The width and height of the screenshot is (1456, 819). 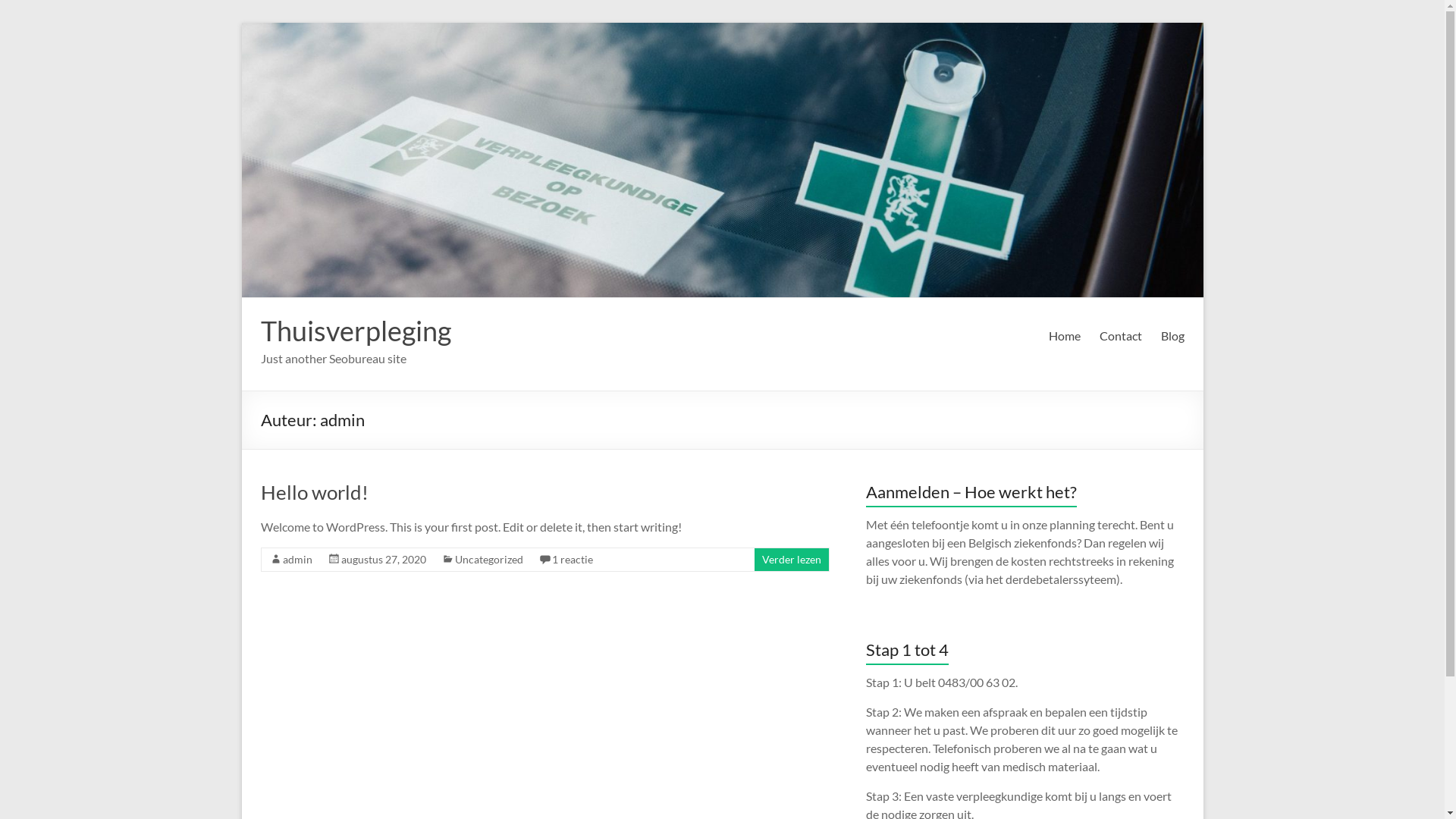 What do you see at coordinates (488, 559) in the screenshot?
I see `'Uncategorized'` at bounding box center [488, 559].